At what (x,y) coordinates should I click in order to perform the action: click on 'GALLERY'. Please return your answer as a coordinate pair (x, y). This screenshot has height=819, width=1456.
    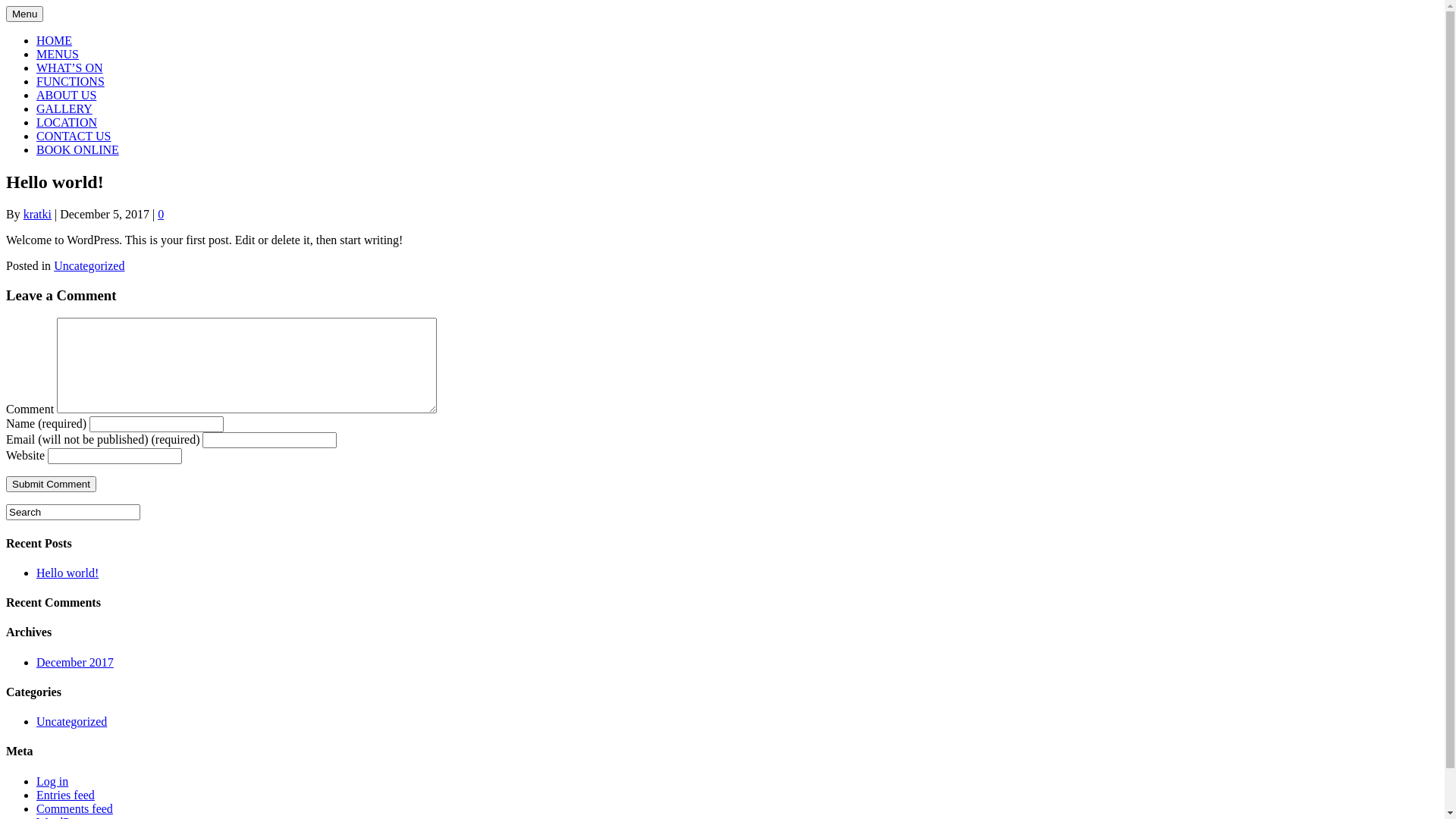
    Looking at the image, I should click on (64, 108).